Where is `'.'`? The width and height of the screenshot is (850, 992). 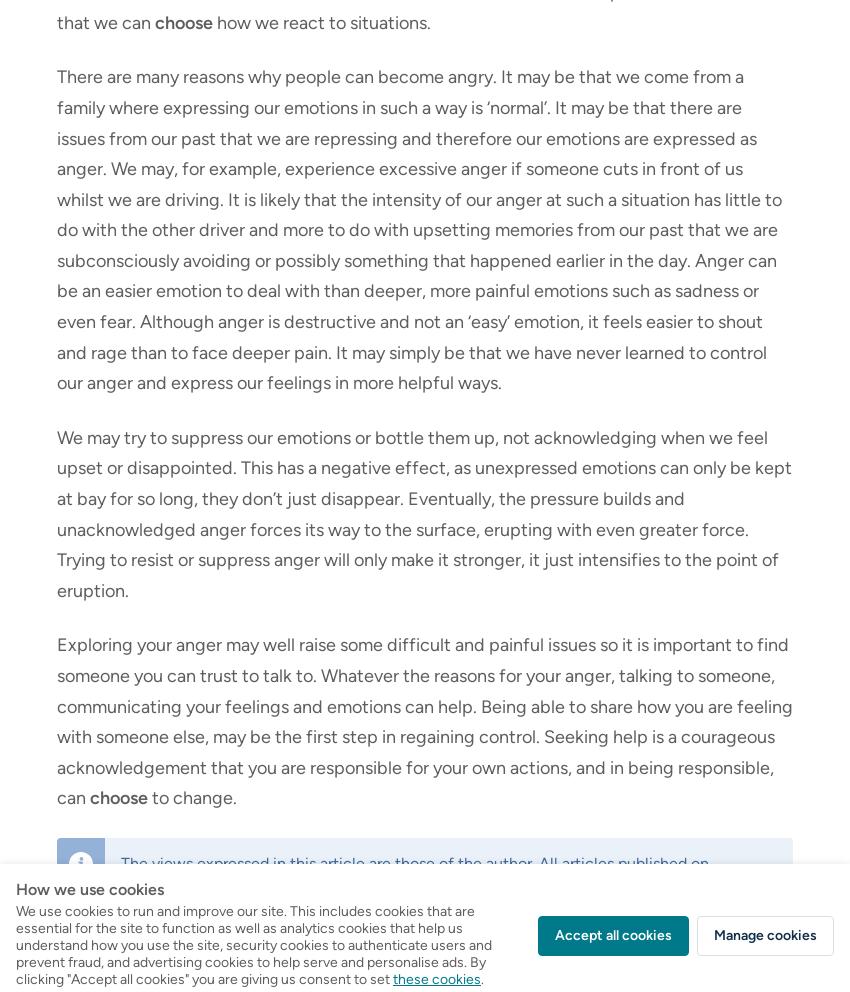
'.' is located at coordinates (523, 883).